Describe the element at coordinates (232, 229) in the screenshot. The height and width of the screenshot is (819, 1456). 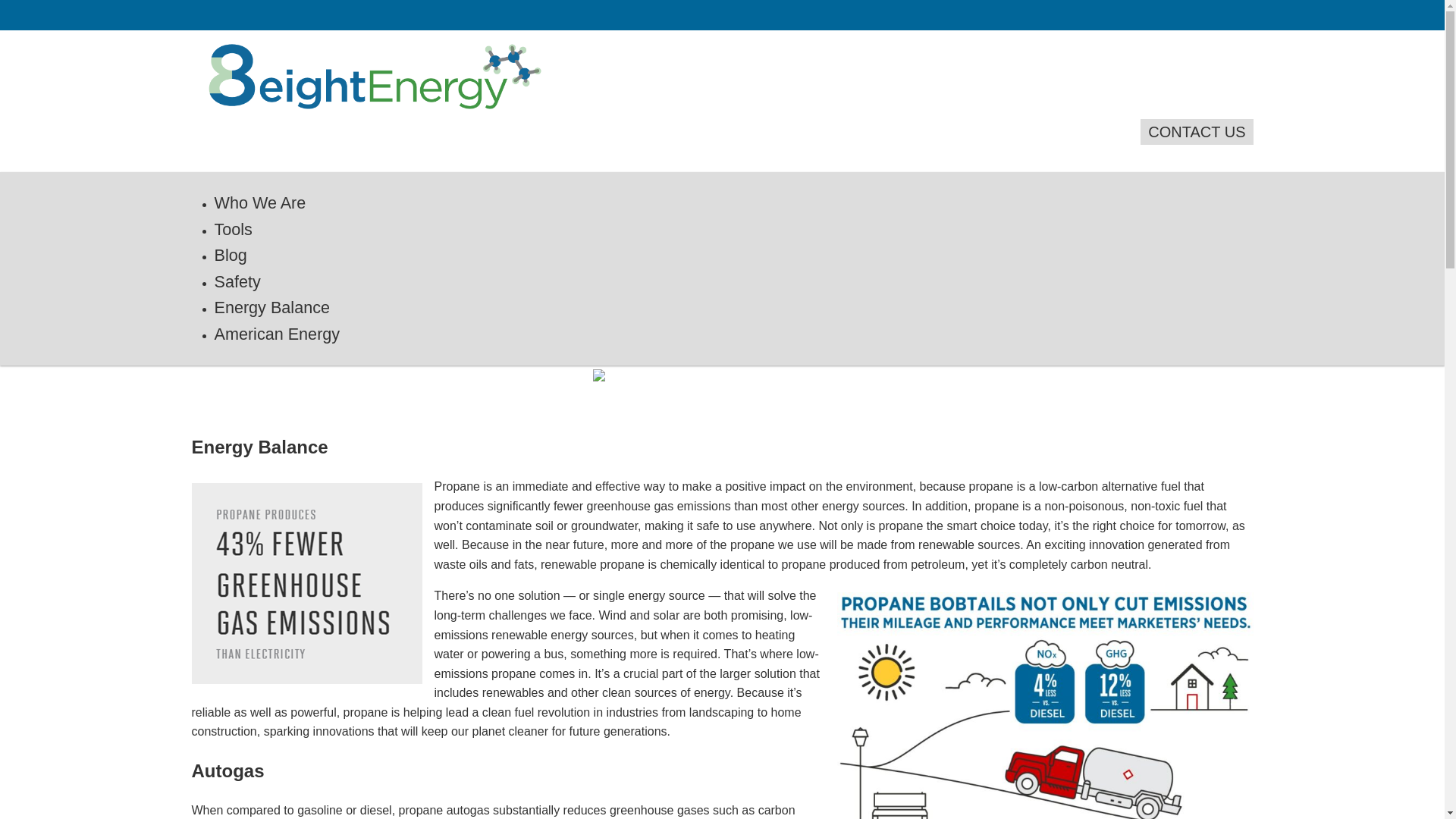
I see `'Tools'` at that location.